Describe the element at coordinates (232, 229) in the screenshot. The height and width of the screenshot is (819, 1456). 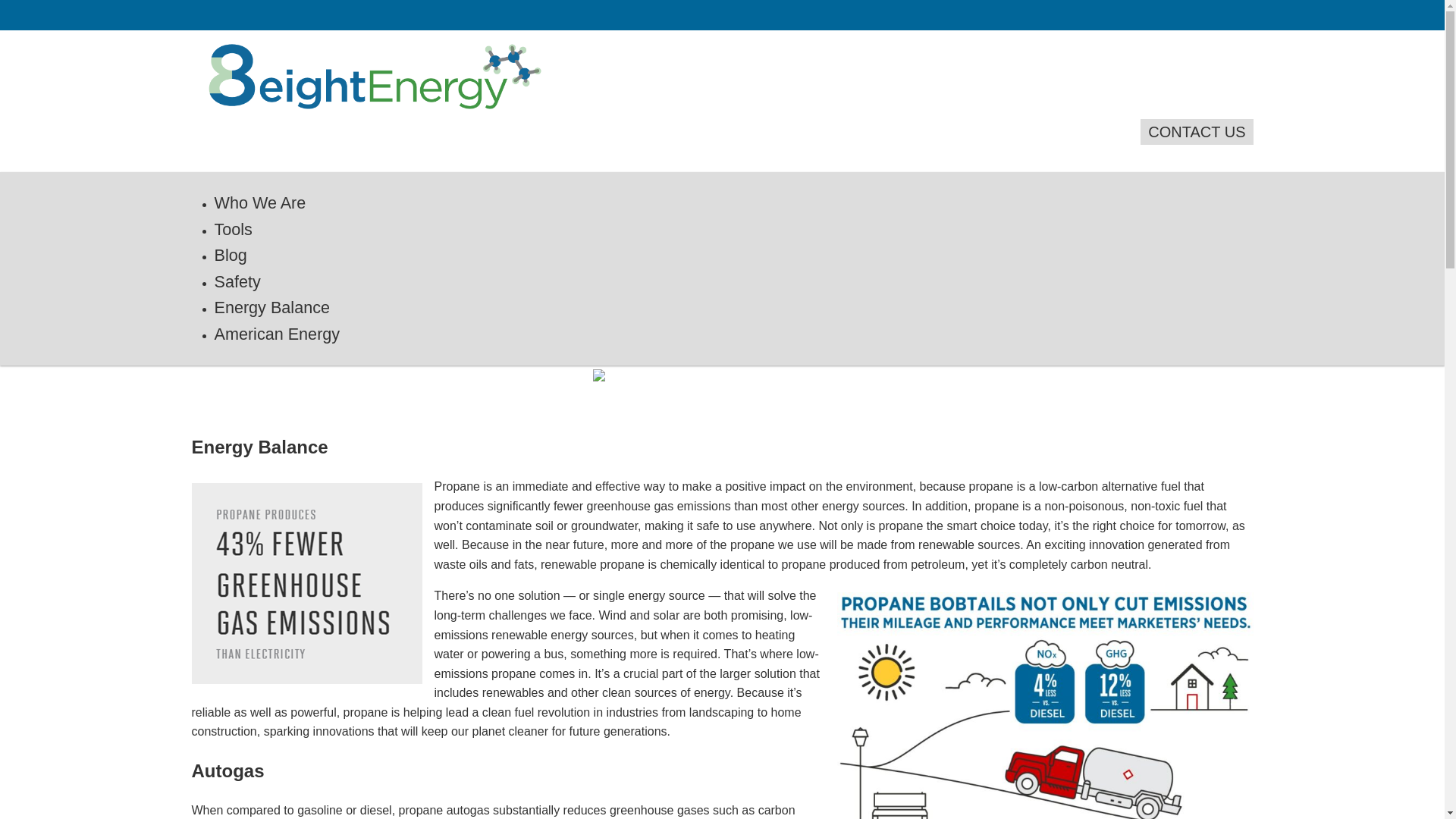
I see `'Tools'` at that location.